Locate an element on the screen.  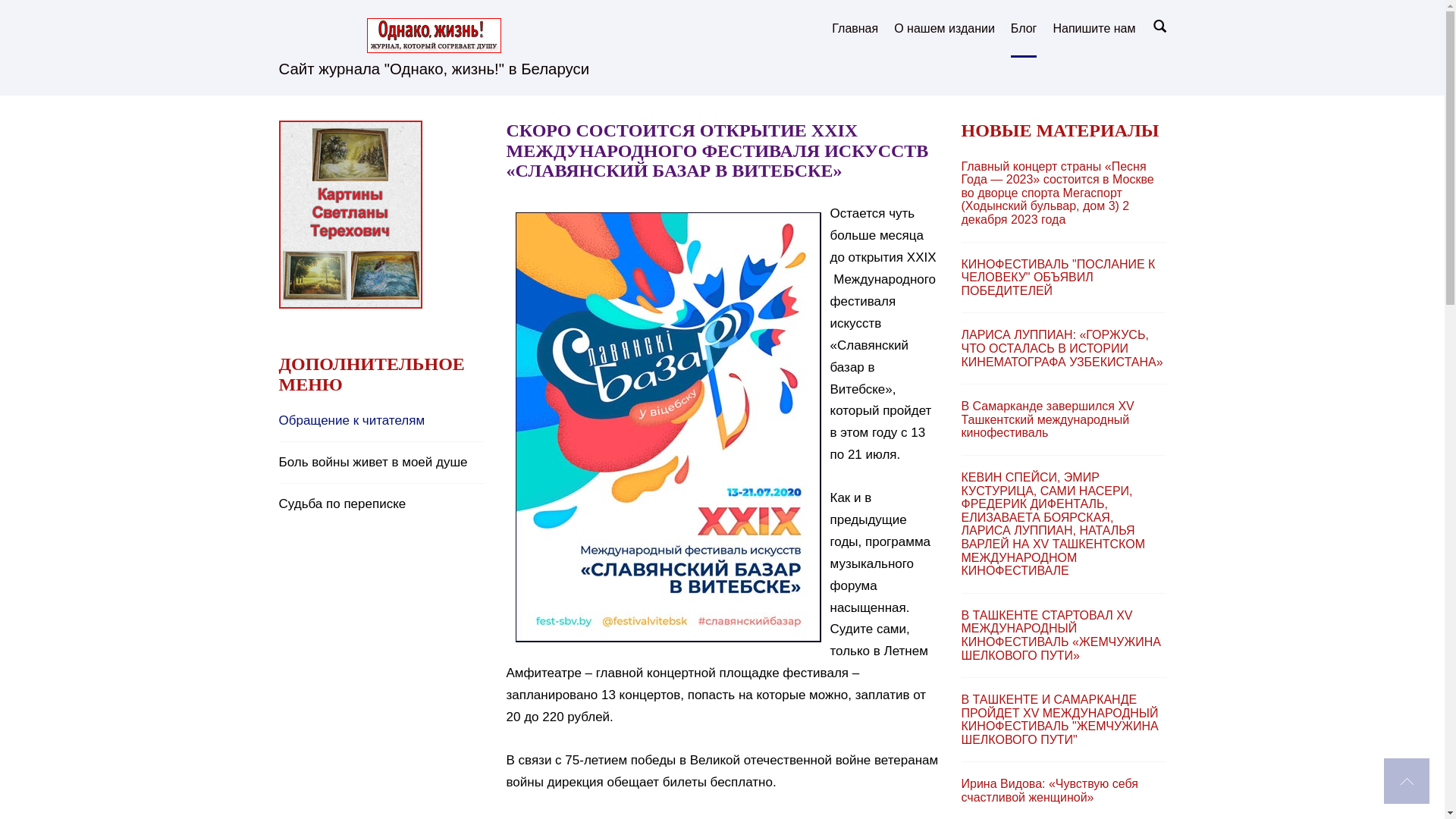
' ' is located at coordinates (1405, 780).